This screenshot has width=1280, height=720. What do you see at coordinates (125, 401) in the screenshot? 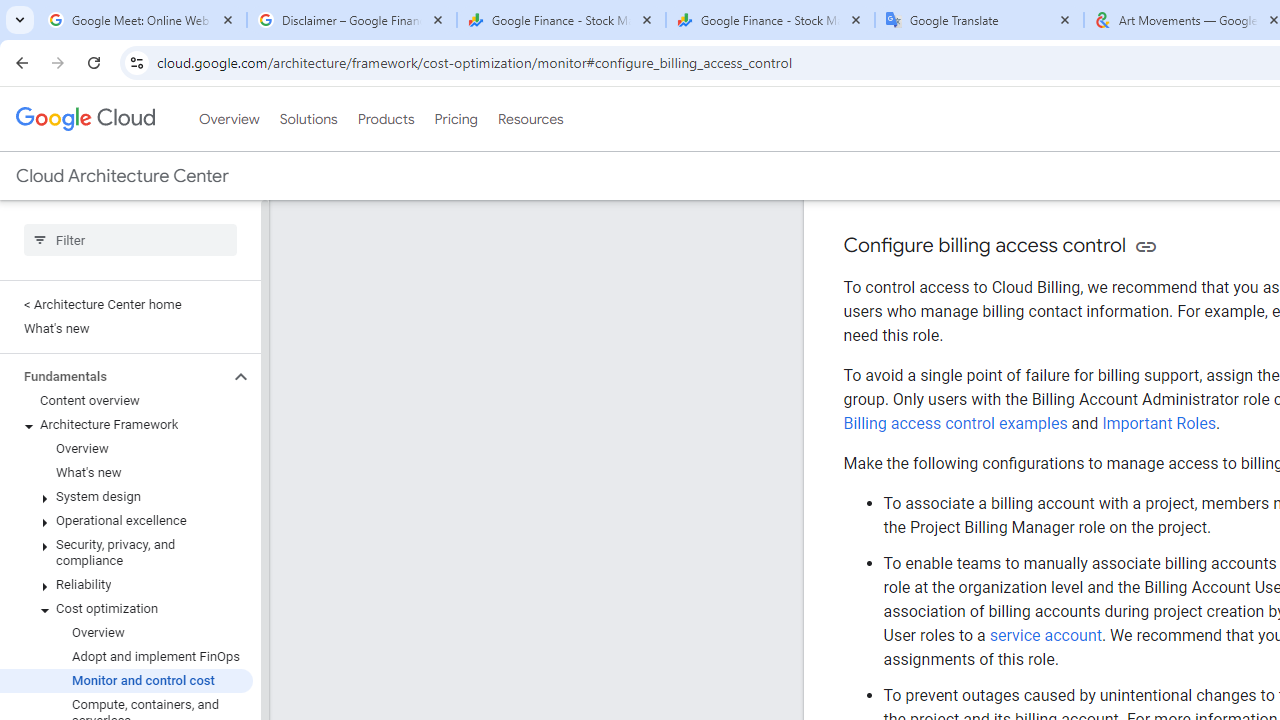
I see `'Content overview'` at bounding box center [125, 401].